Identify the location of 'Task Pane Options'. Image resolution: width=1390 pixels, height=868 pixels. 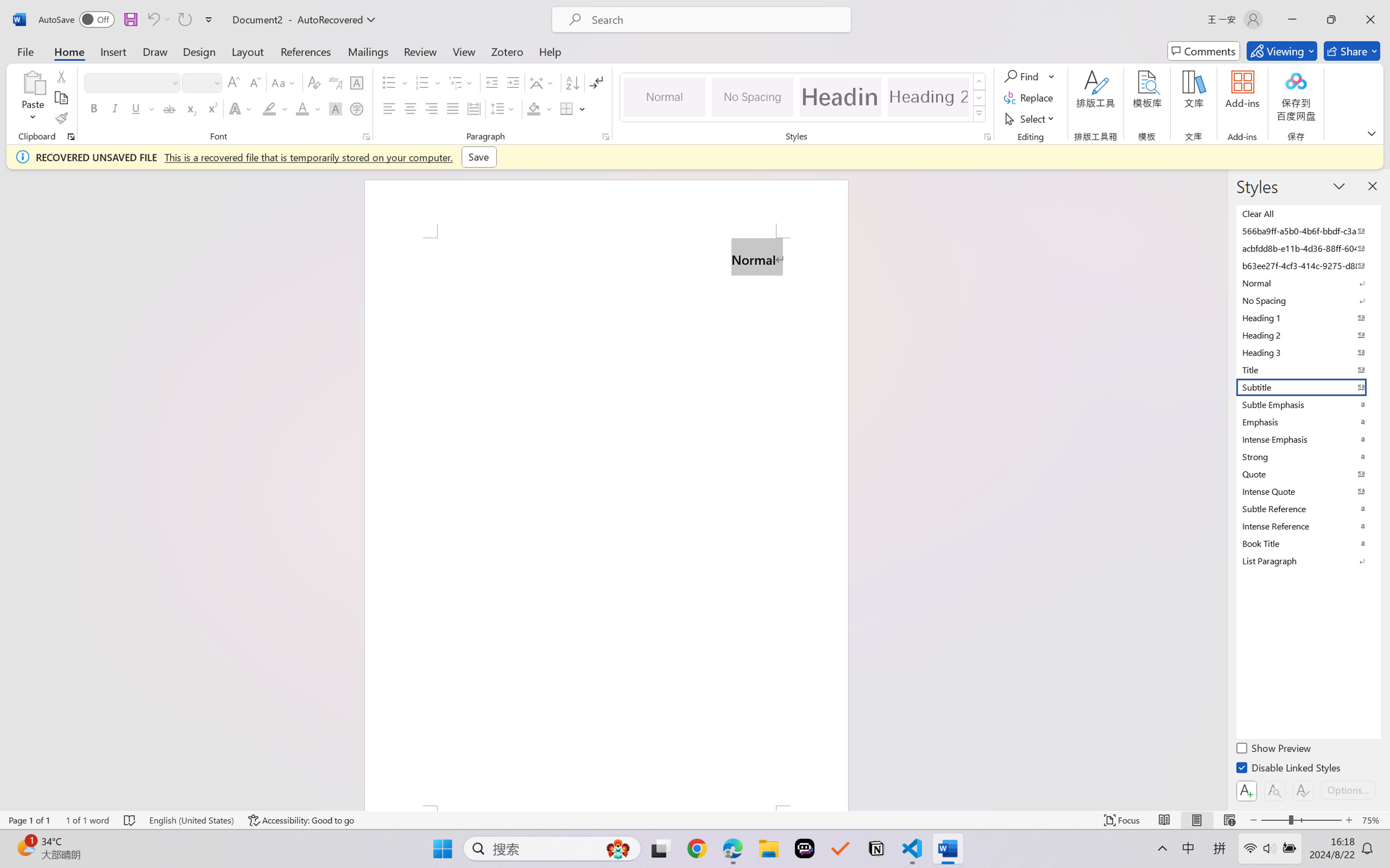
(1339, 185).